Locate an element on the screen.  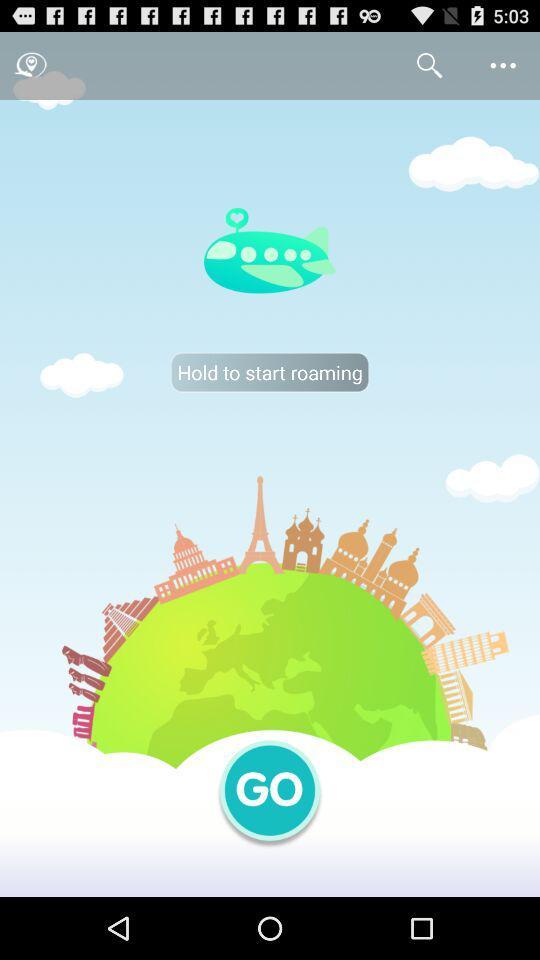
the second cloud image on the right is located at coordinates (492, 478).